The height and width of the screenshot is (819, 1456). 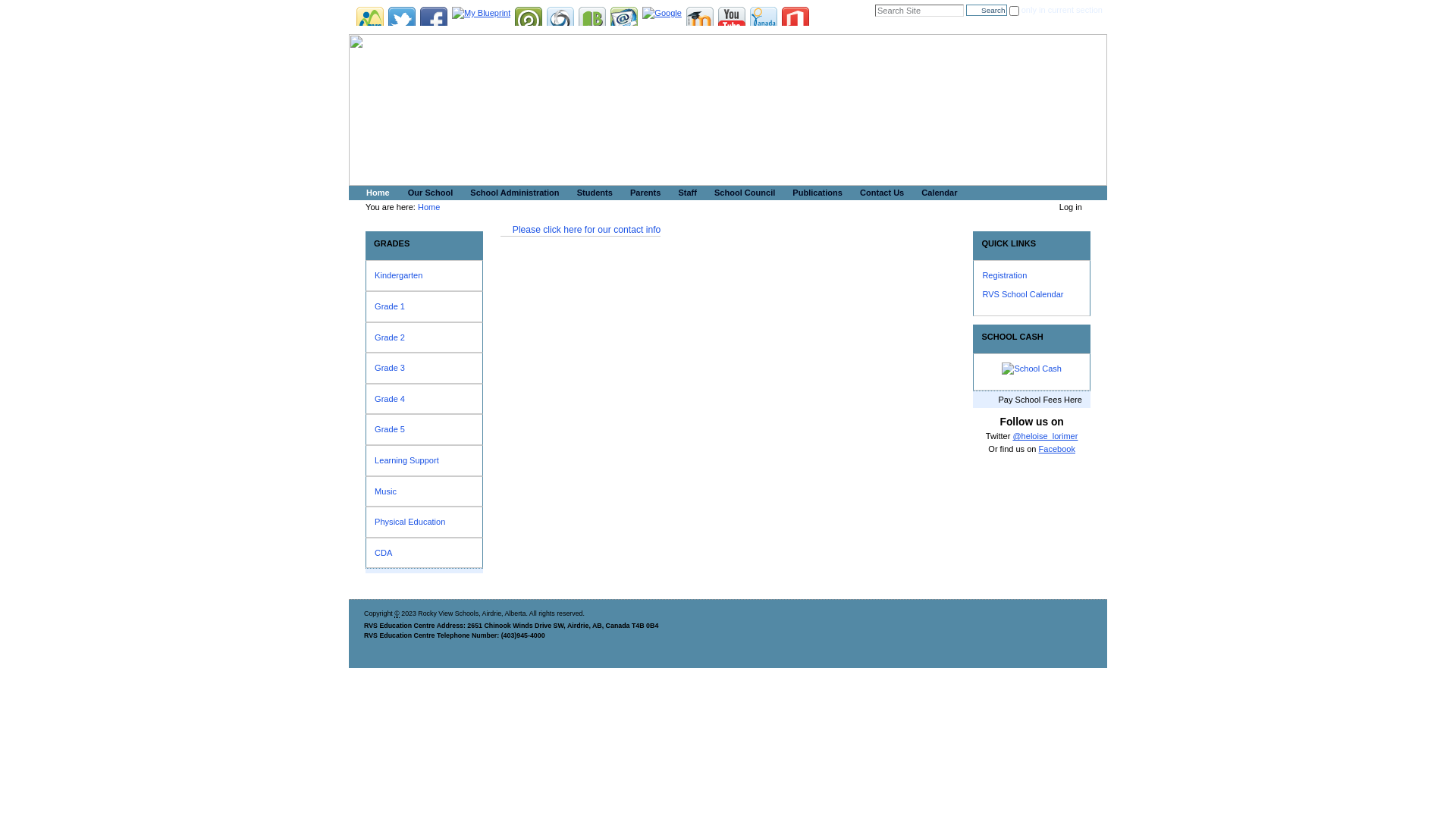 I want to click on 'Please click here for our contact info', so click(x=500, y=230).